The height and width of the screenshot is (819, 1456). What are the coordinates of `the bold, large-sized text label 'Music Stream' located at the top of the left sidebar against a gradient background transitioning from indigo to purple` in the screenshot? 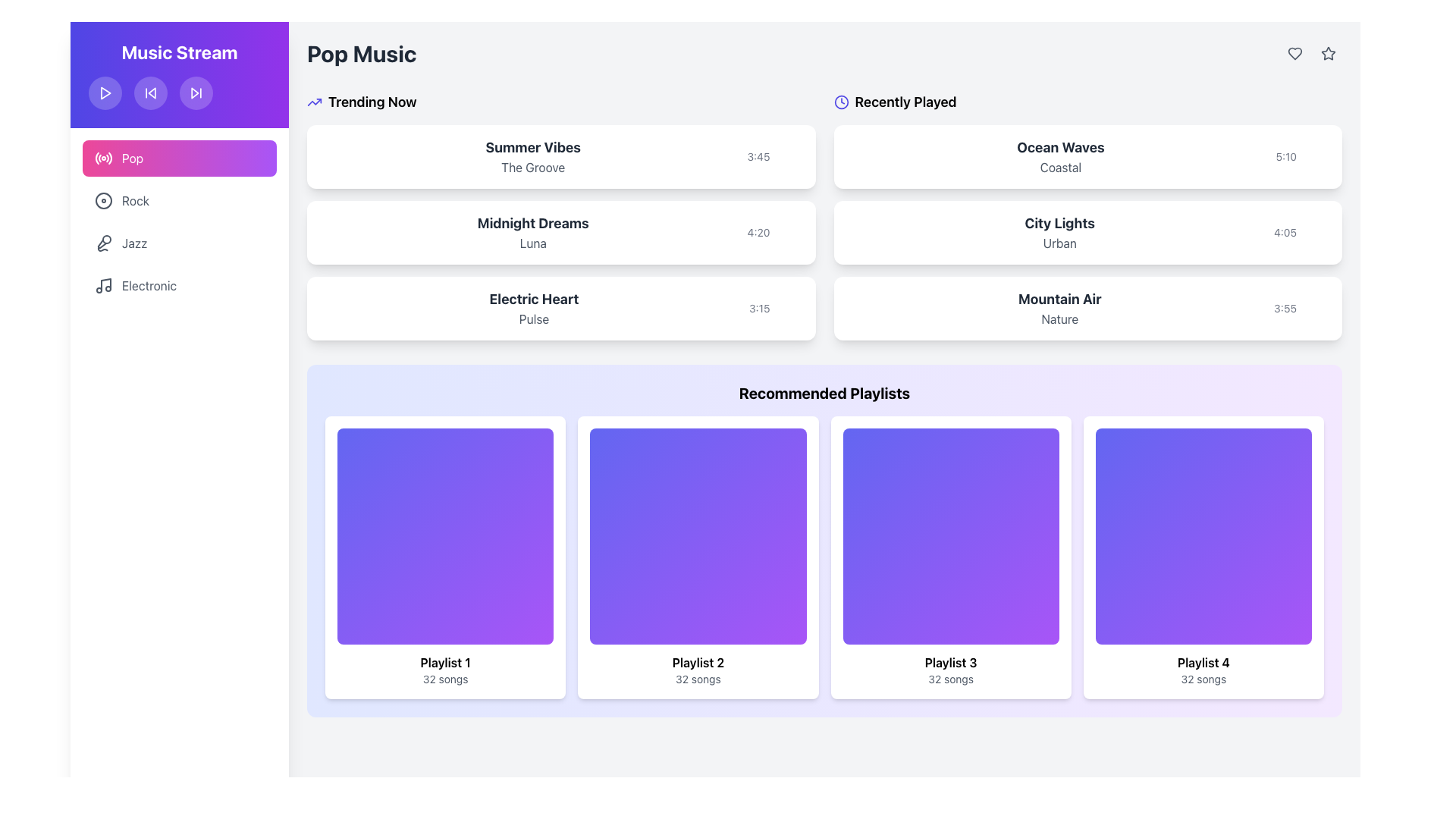 It's located at (179, 52).